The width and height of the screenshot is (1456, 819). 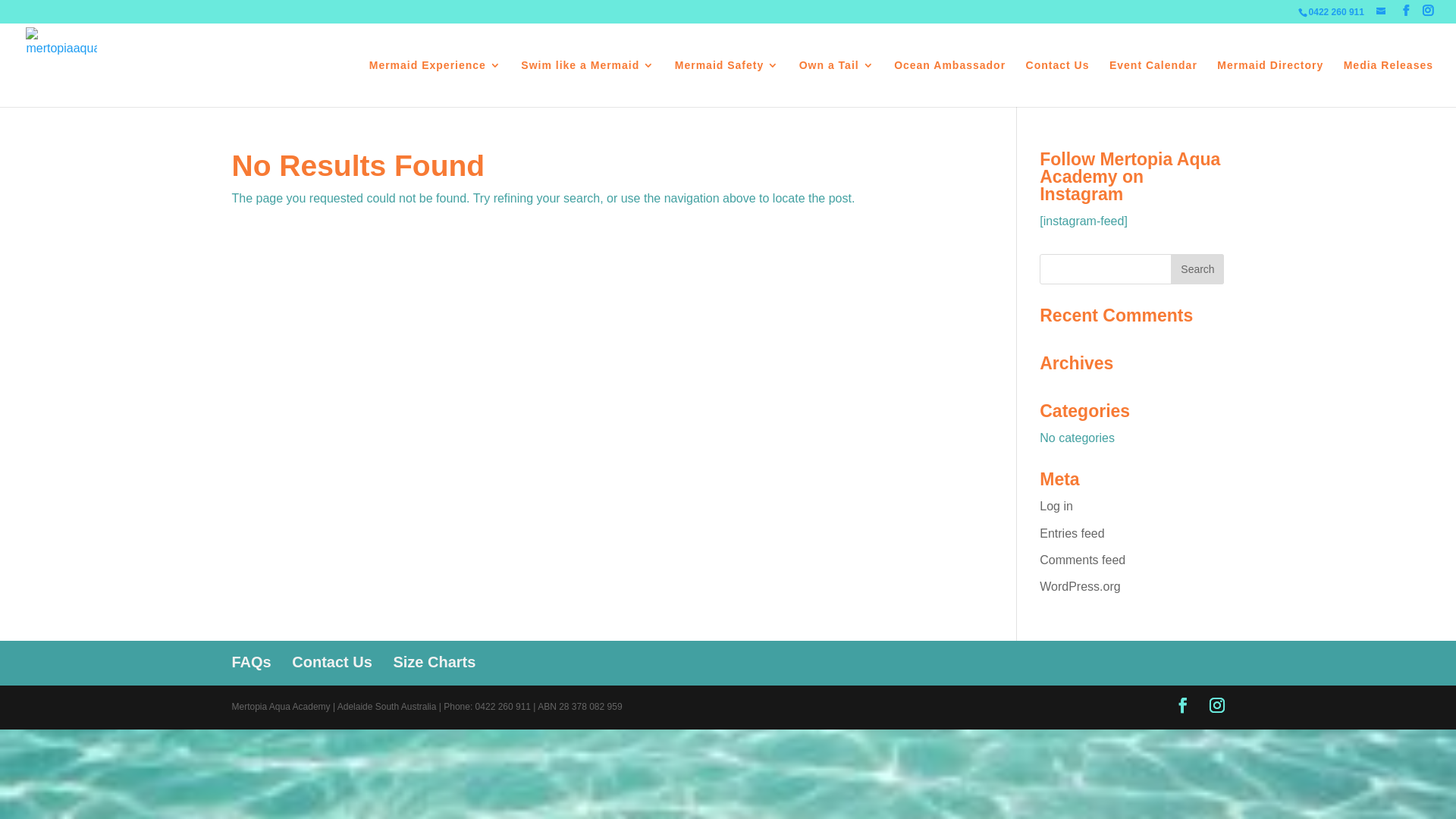 I want to click on 'Own a Tail', so click(x=836, y=83).